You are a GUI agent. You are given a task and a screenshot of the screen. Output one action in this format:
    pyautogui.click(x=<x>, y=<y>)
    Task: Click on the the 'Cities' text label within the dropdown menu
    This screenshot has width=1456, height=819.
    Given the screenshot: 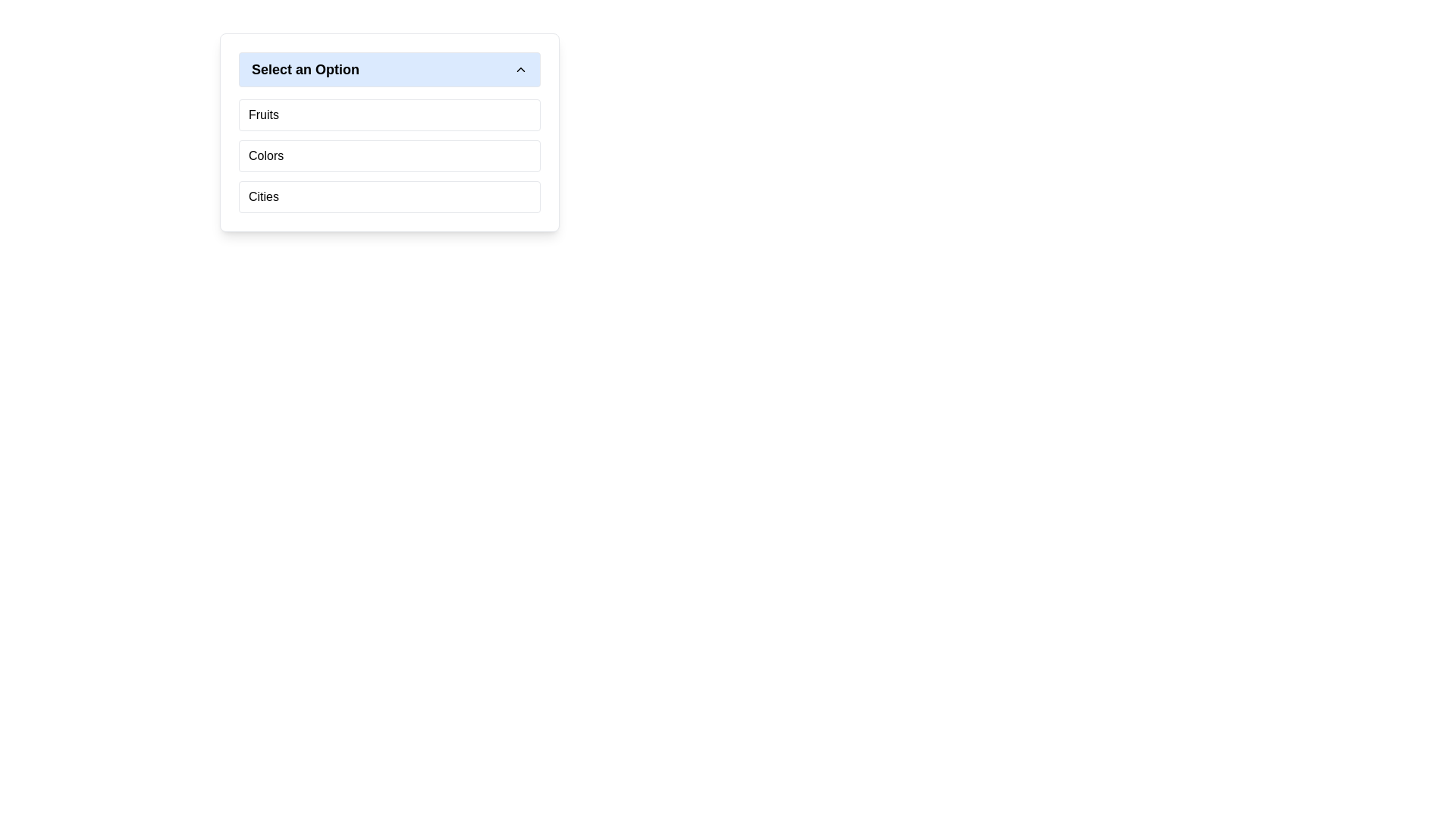 What is the action you would take?
    pyautogui.click(x=264, y=196)
    